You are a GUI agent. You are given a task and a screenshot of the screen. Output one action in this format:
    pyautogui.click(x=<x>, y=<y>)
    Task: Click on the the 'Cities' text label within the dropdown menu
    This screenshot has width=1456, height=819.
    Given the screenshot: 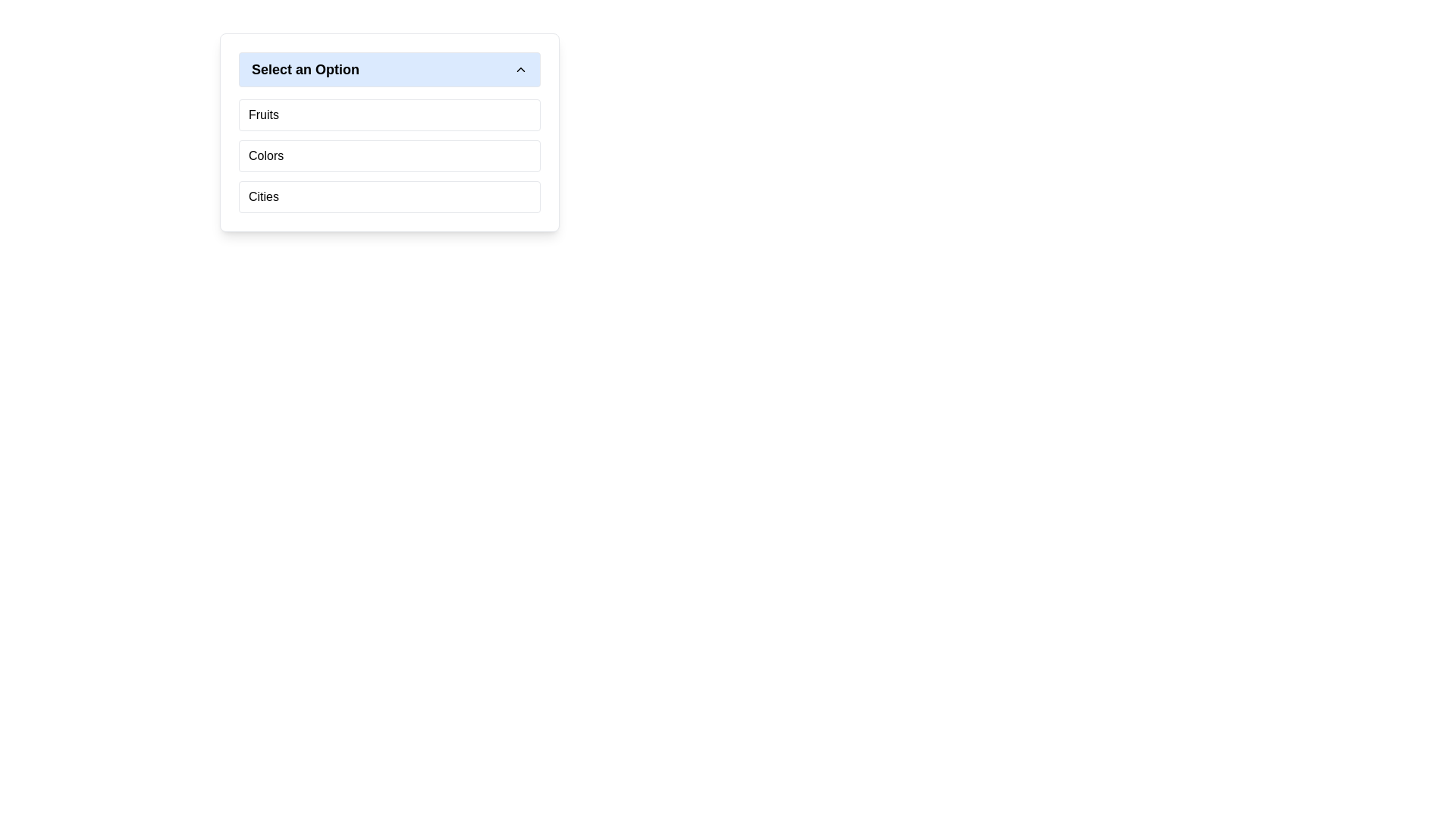 What is the action you would take?
    pyautogui.click(x=264, y=196)
    